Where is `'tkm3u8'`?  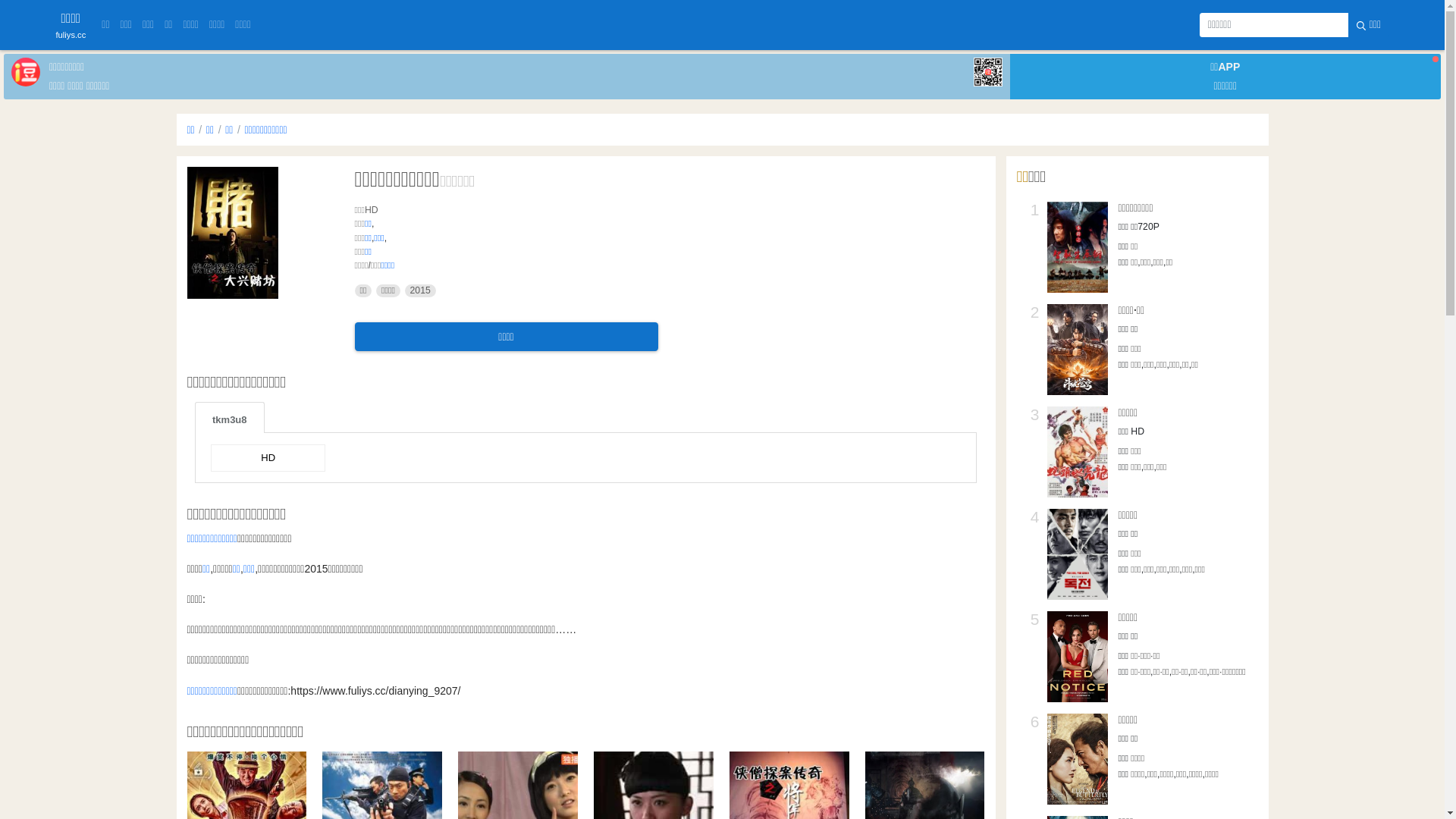 'tkm3u8' is located at coordinates (228, 417).